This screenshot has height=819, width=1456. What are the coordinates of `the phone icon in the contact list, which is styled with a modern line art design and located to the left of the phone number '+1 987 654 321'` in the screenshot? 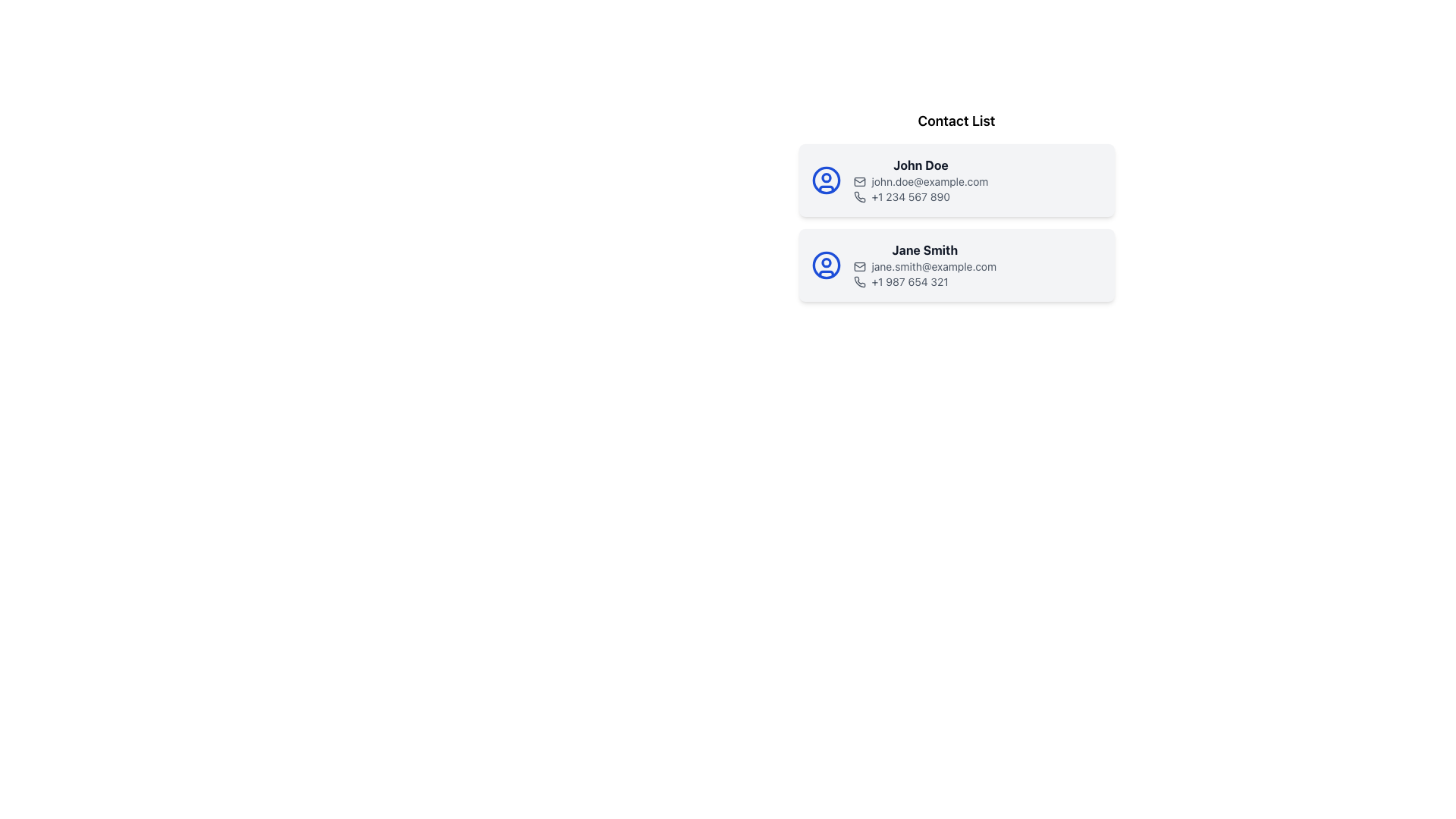 It's located at (859, 281).